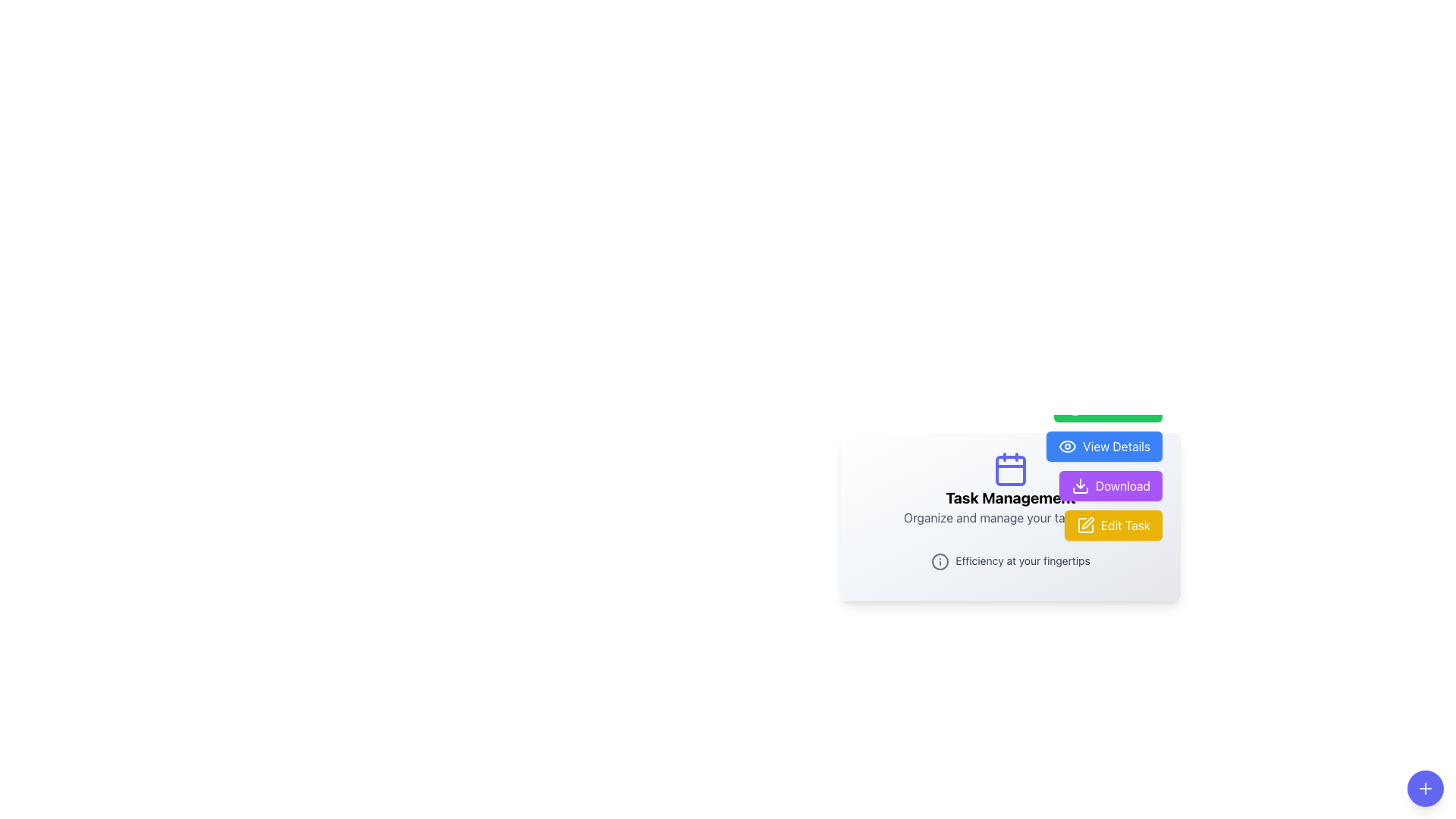  Describe the element at coordinates (1075, 406) in the screenshot. I see `the circular arc element that is part of an icon or graphical representation, located in the upper-left section of a circular design above the task management card` at that location.